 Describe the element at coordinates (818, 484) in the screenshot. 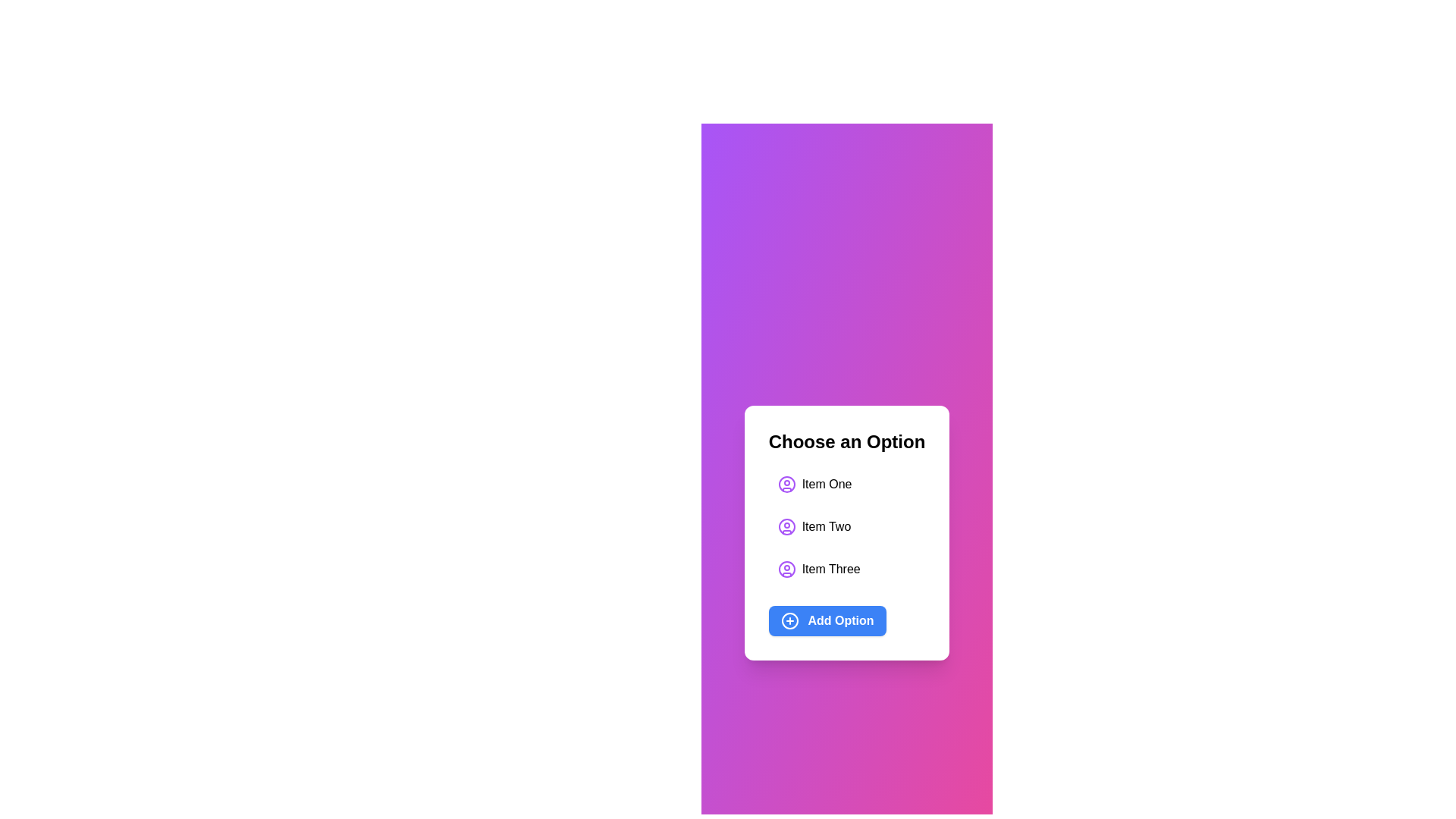

I see `the list item Item One to select it` at that location.